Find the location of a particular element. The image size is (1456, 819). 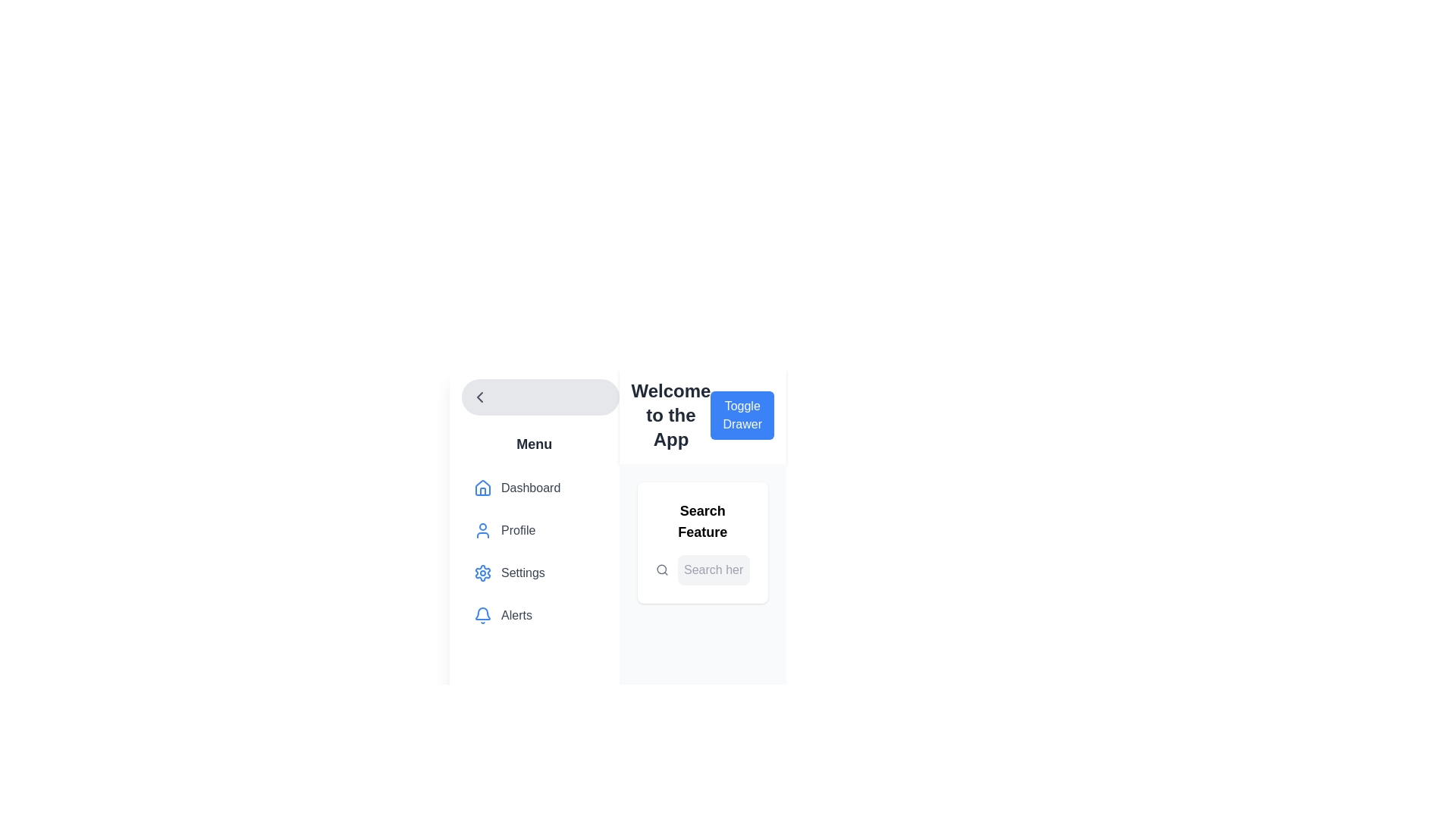

the search input field located in the right section of the interface under the header 'Welcome to the App' to type a search query is located at coordinates (701, 542).